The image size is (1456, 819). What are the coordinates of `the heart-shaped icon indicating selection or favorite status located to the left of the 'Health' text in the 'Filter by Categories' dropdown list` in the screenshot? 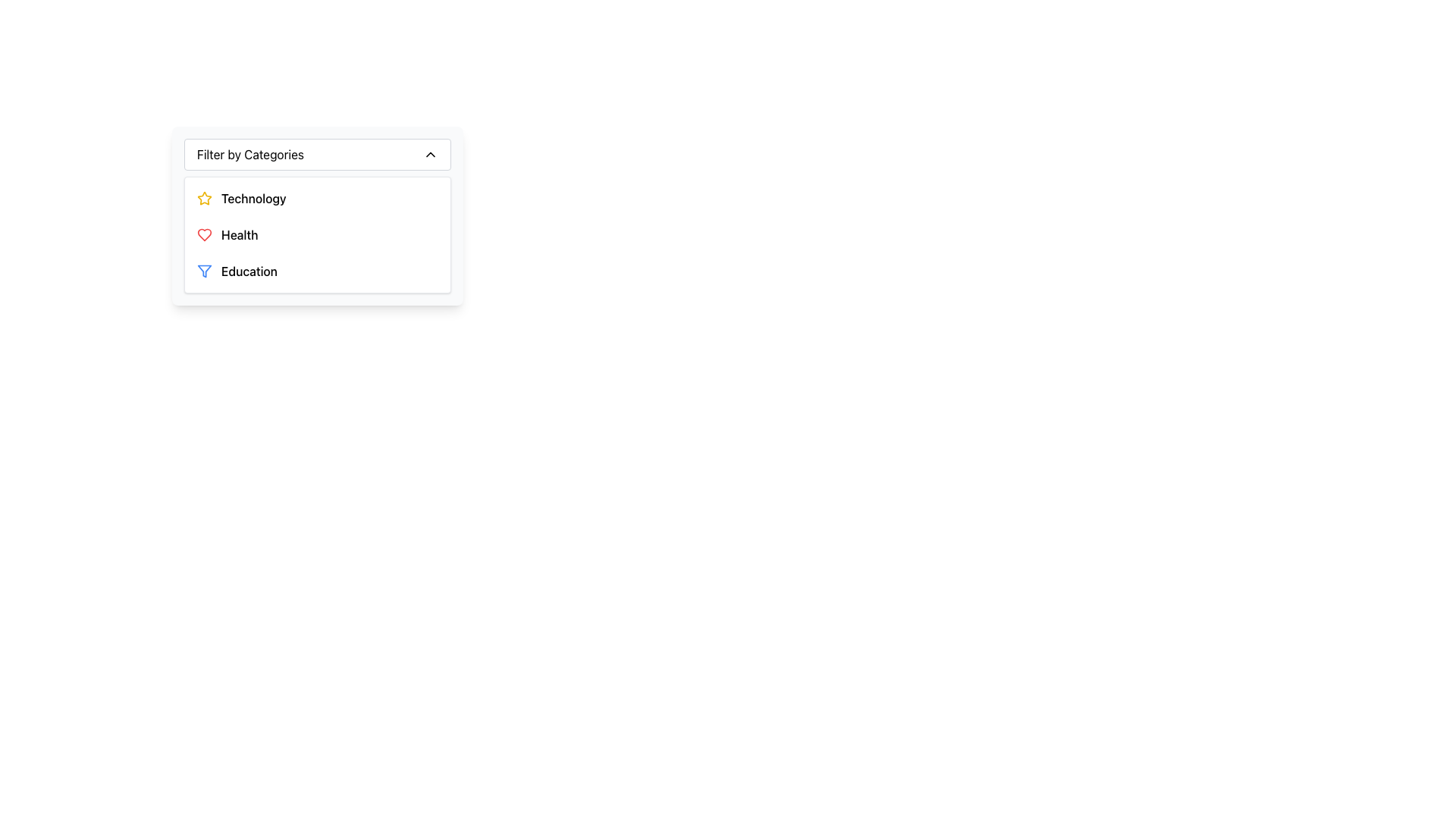 It's located at (203, 234).